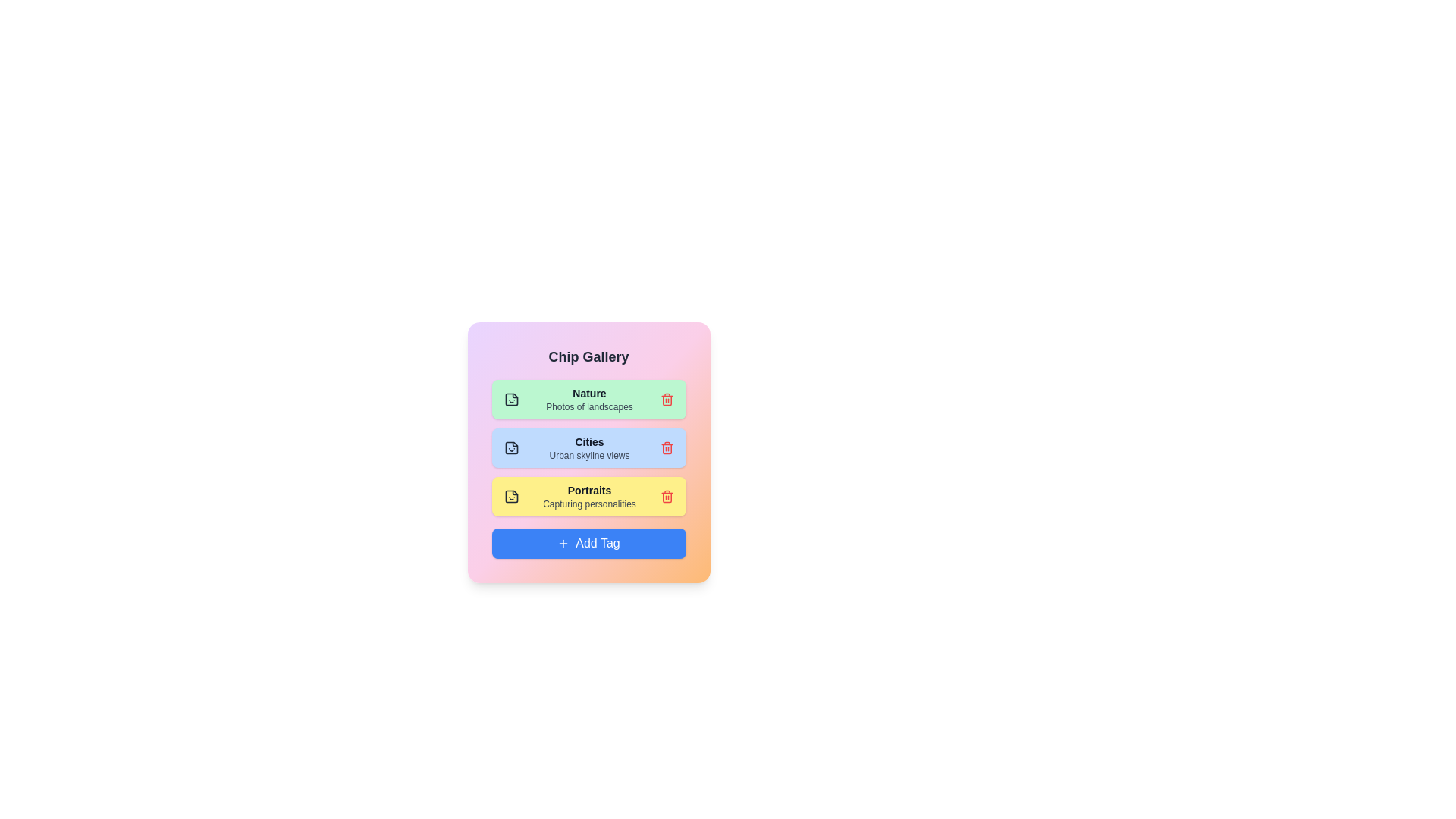 This screenshot has width=1456, height=819. Describe the element at coordinates (667, 447) in the screenshot. I see `the delete button for the tag labeled 'Cities' to remove it` at that location.